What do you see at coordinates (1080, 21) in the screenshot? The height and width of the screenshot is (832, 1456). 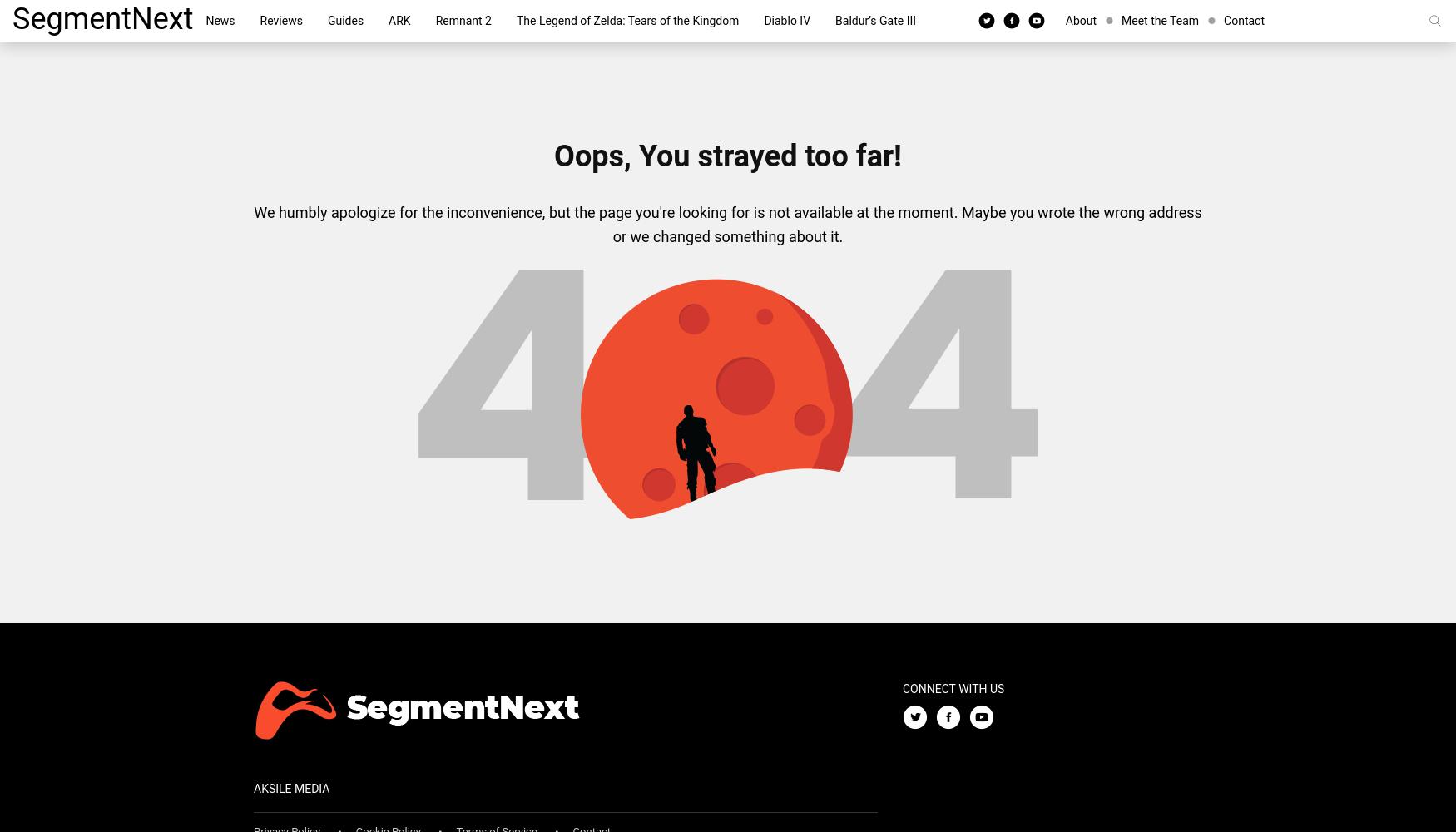 I see `'About'` at bounding box center [1080, 21].